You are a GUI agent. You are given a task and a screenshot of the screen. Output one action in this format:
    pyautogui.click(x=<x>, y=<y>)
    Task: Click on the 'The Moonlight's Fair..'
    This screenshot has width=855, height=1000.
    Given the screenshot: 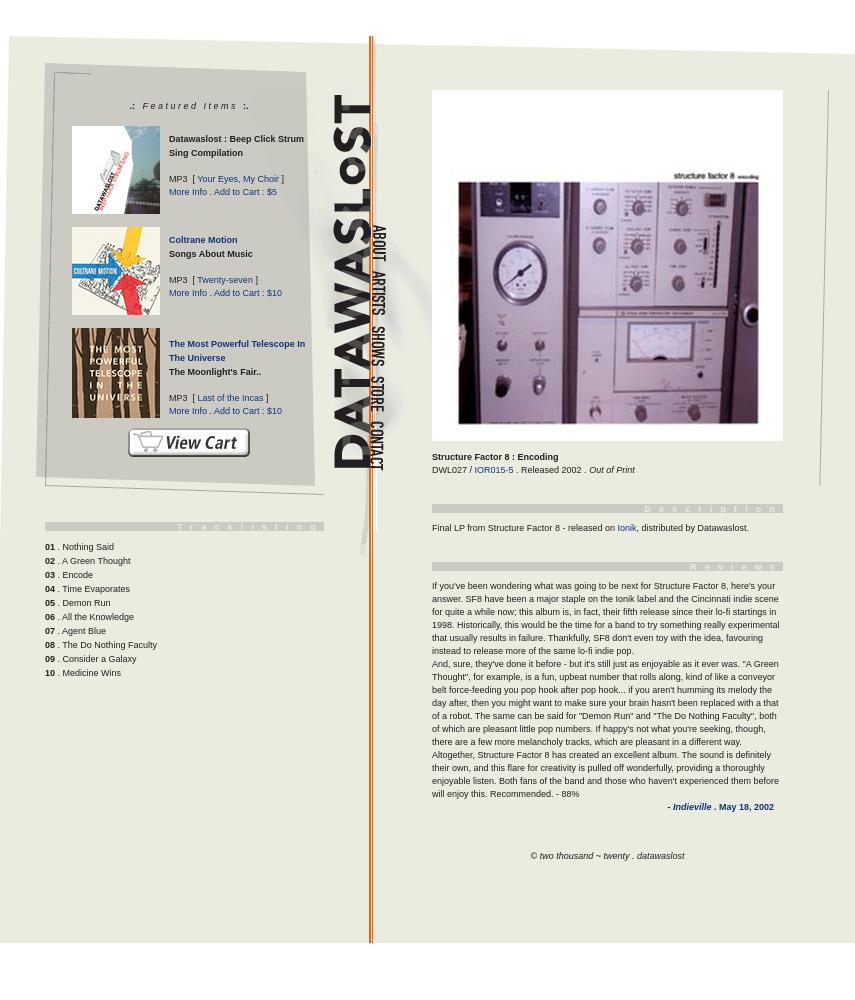 What is the action you would take?
    pyautogui.click(x=168, y=371)
    